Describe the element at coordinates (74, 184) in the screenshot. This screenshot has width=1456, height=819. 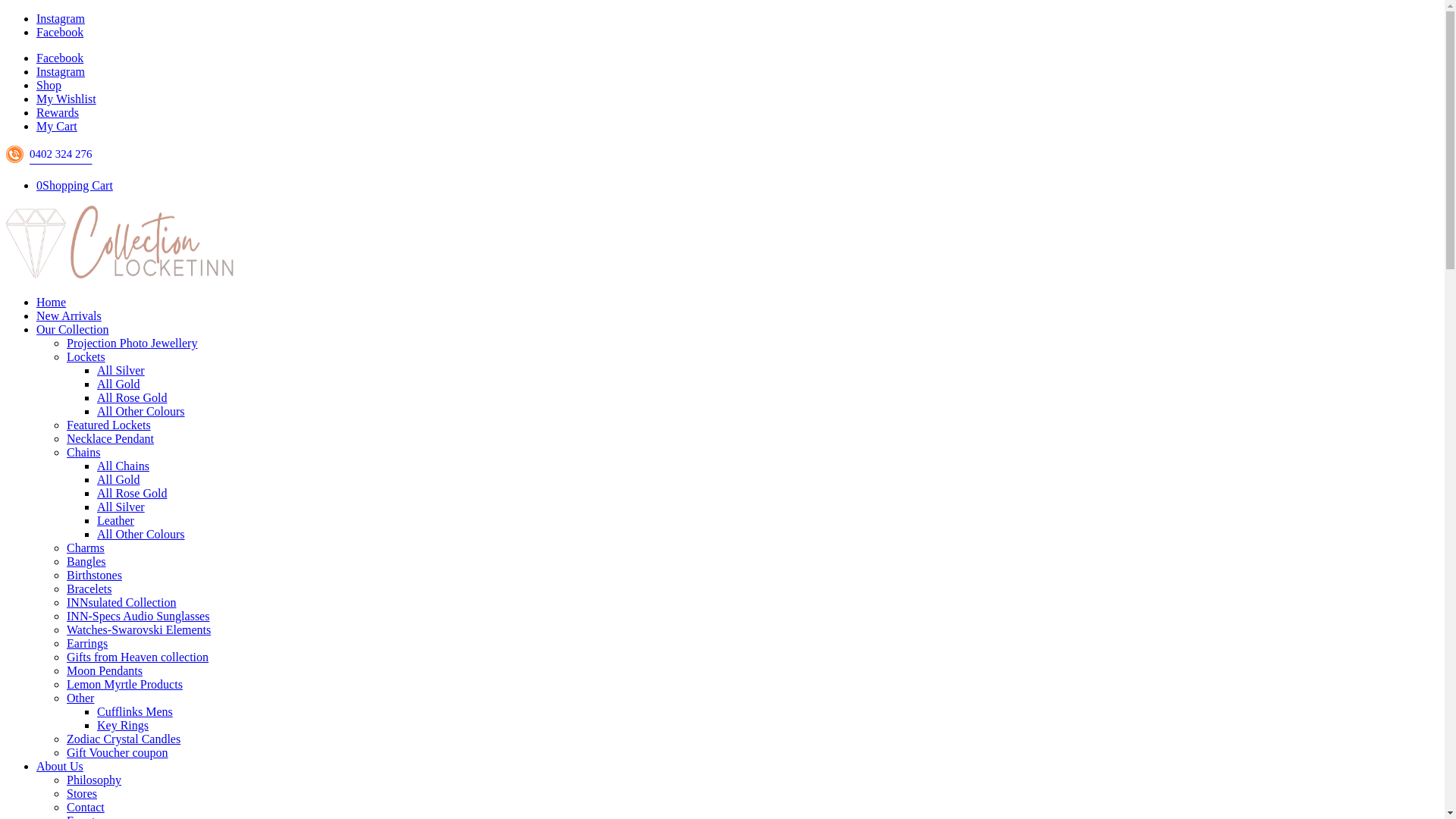
I see `'0Shopping Cart'` at that location.